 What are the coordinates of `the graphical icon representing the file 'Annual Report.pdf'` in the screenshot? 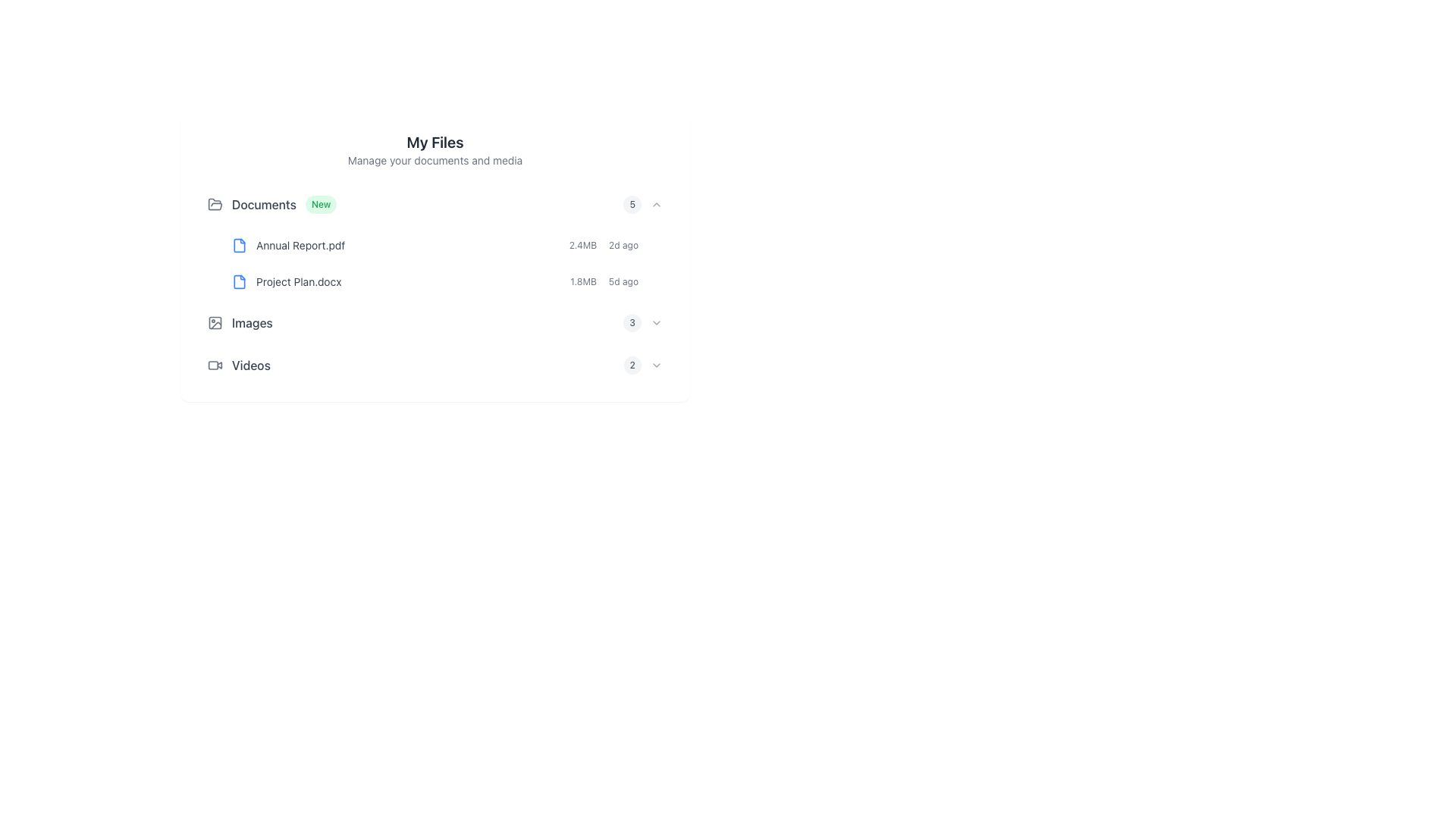 It's located at (239, 245).